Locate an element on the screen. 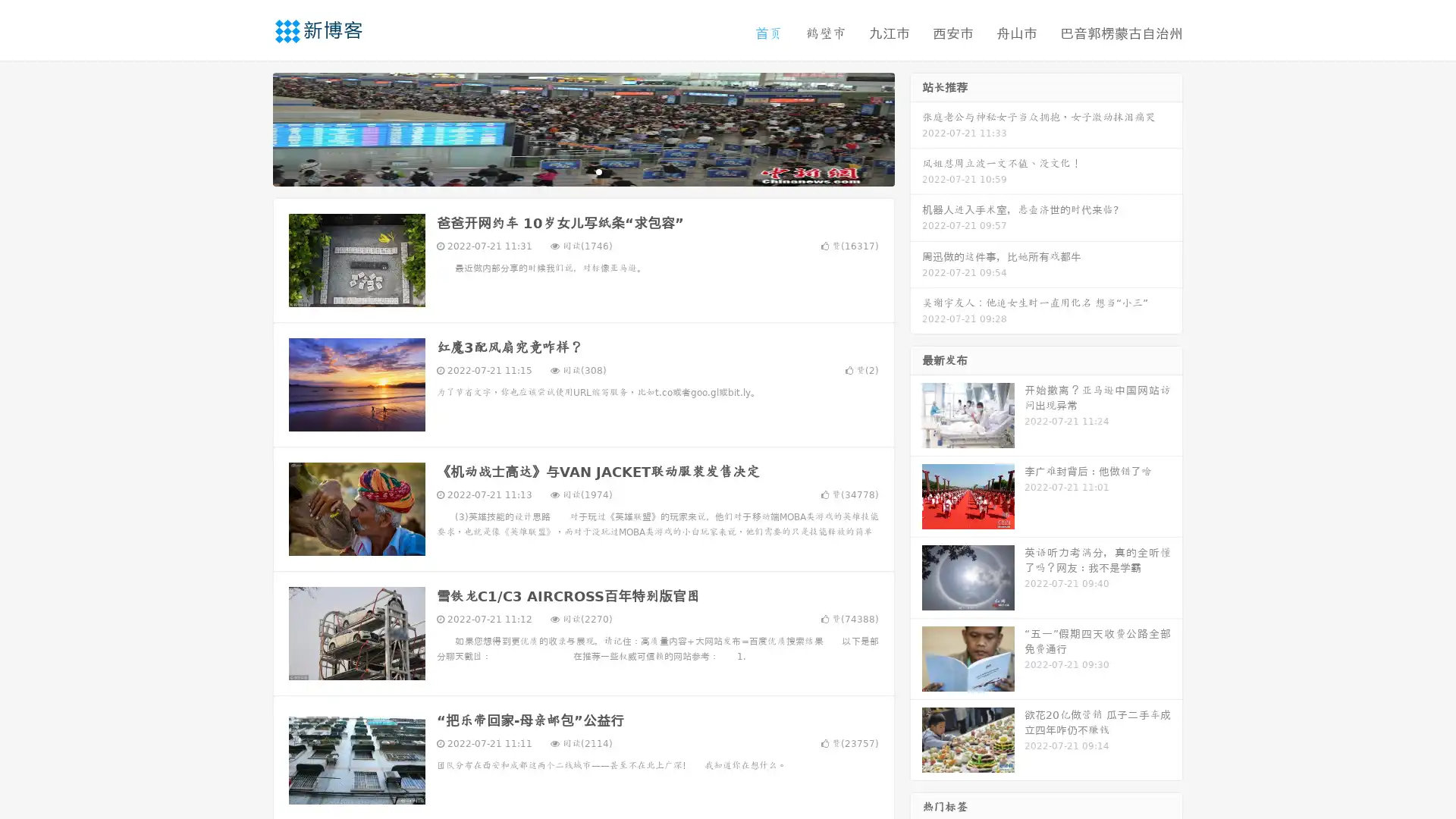 This screenshot has height=819, width=1456. Previous slide is located at coordinates (250, 127).